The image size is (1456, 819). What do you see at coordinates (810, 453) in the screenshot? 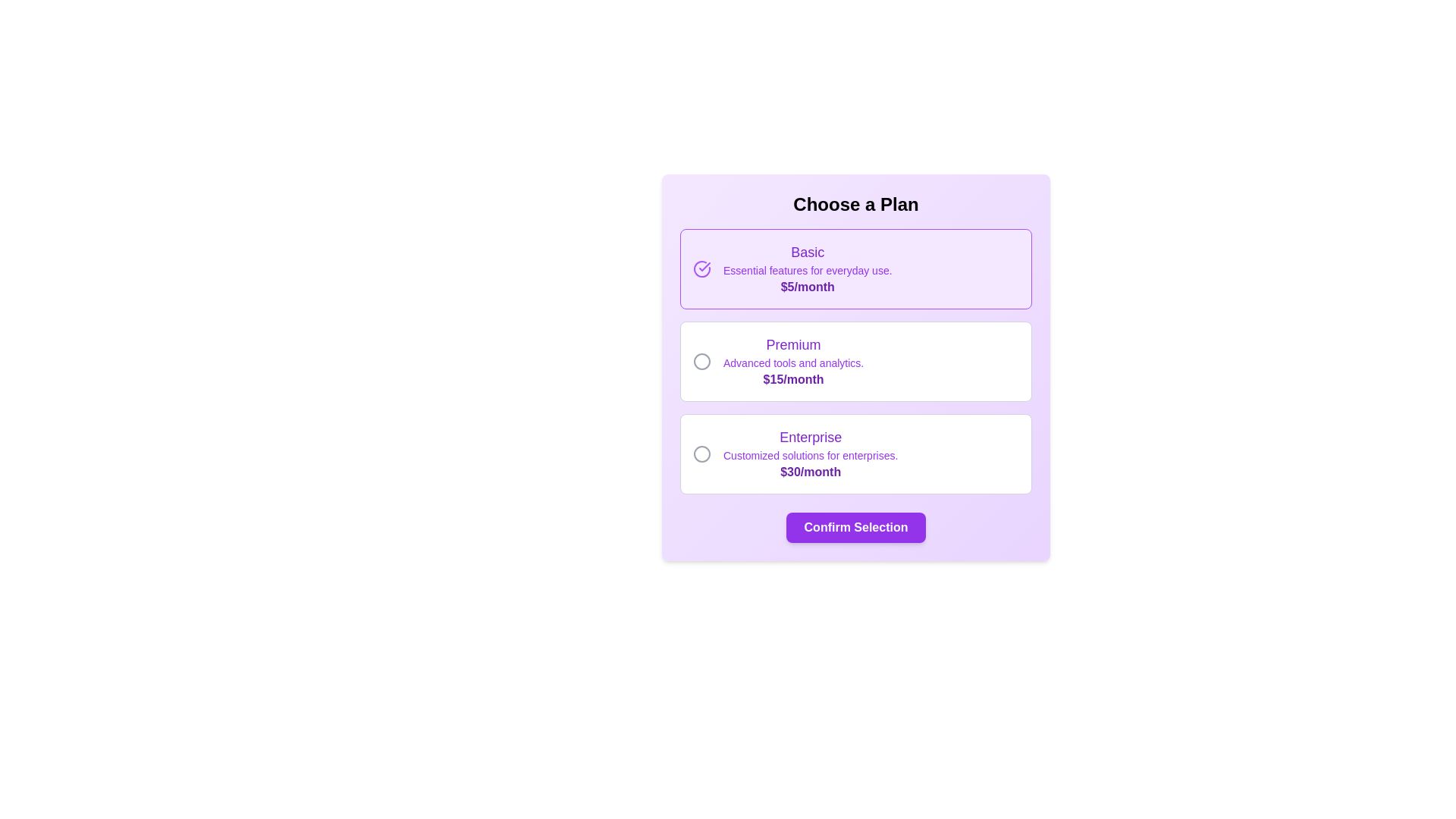
I see `the 'Enterprise' pricing plan option, which is the third item in a vertically stacked list of selectable plans` at bounding box center [810, 453].